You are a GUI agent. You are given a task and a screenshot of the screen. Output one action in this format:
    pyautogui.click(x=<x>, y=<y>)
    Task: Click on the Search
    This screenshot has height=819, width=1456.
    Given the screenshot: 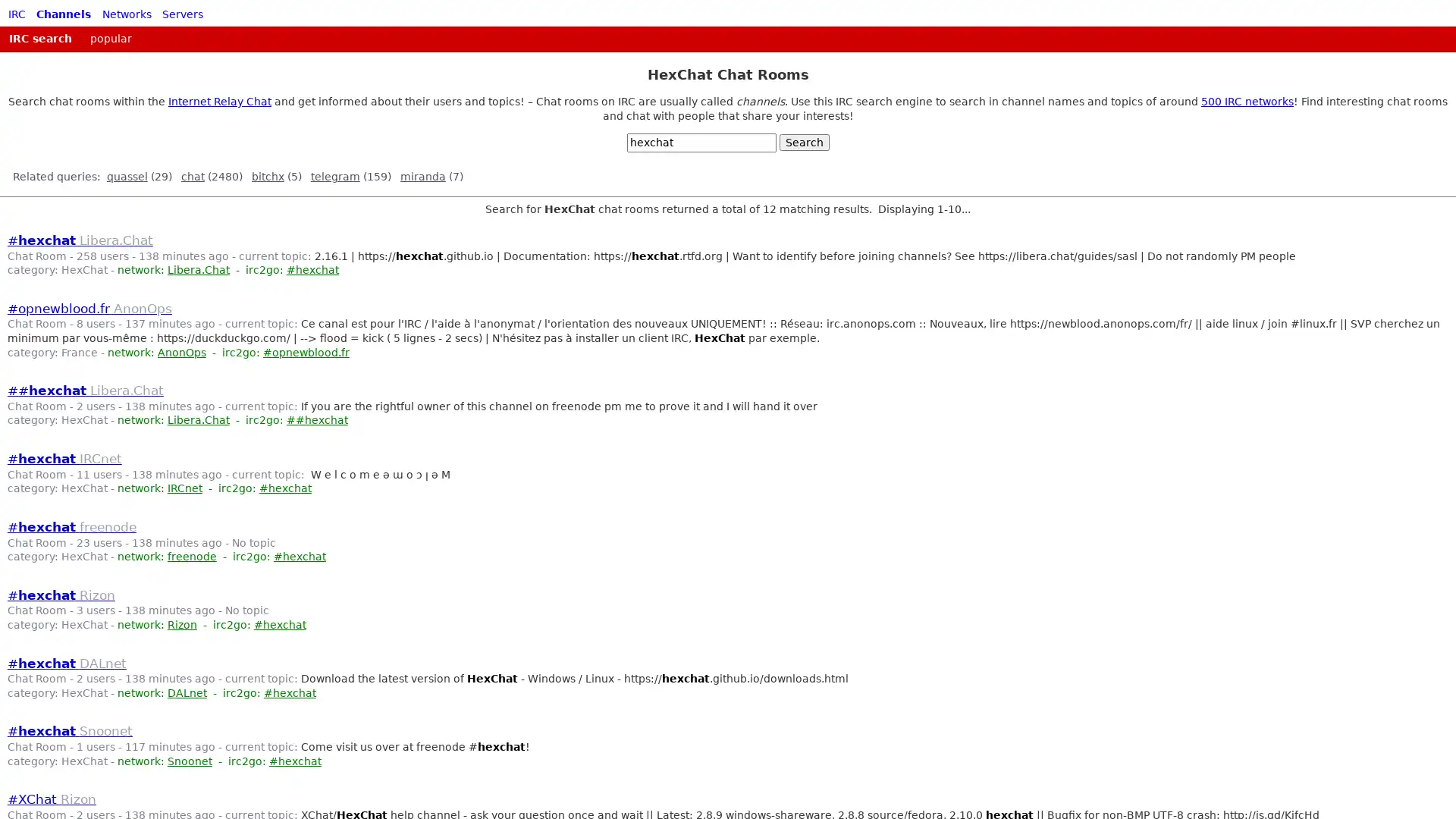 What is the action you would take?
    pyautogui.click(x=803, y=143)
    